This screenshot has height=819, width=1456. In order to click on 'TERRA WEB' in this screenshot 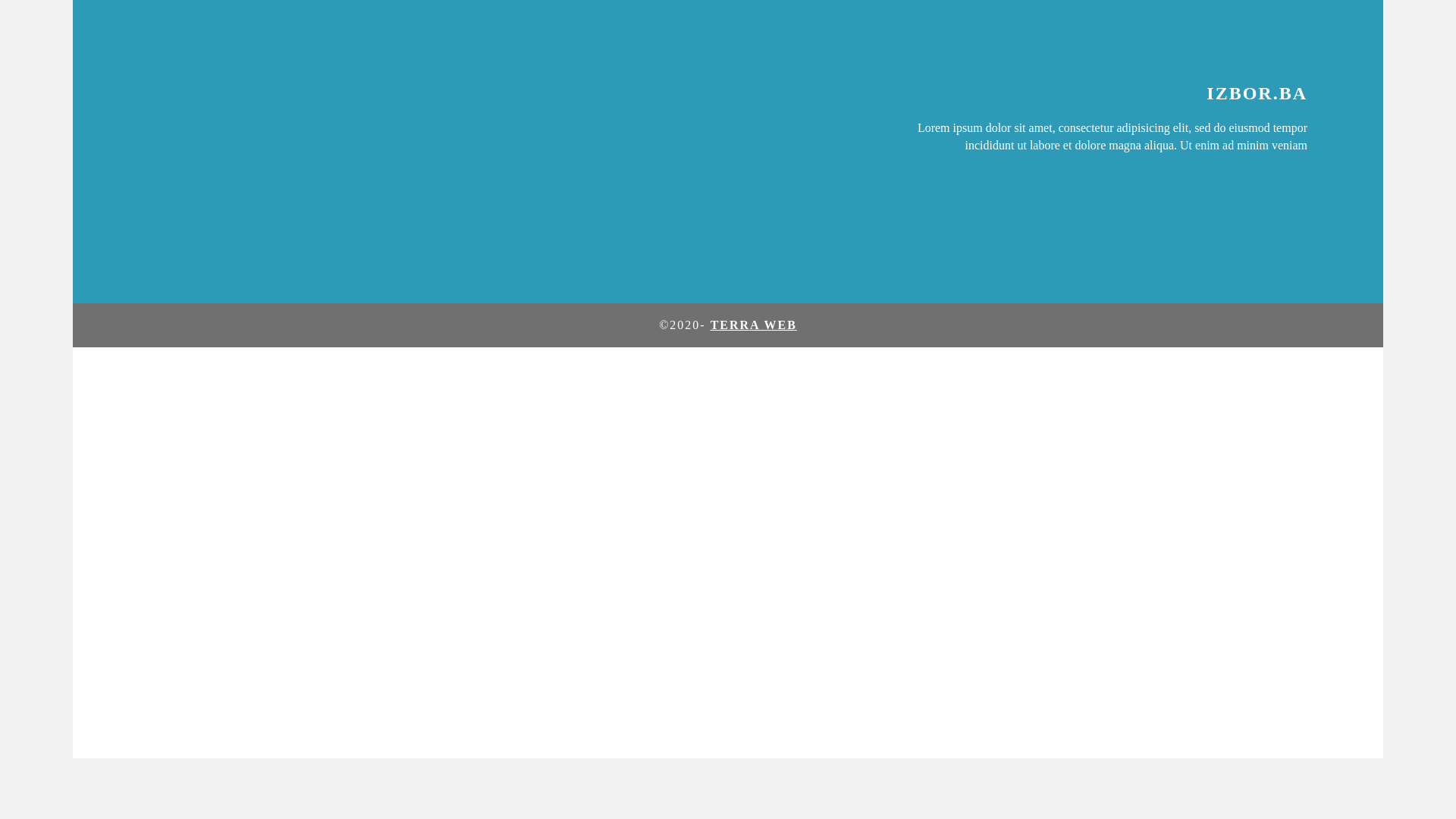, I will do `click(753, 324)`.